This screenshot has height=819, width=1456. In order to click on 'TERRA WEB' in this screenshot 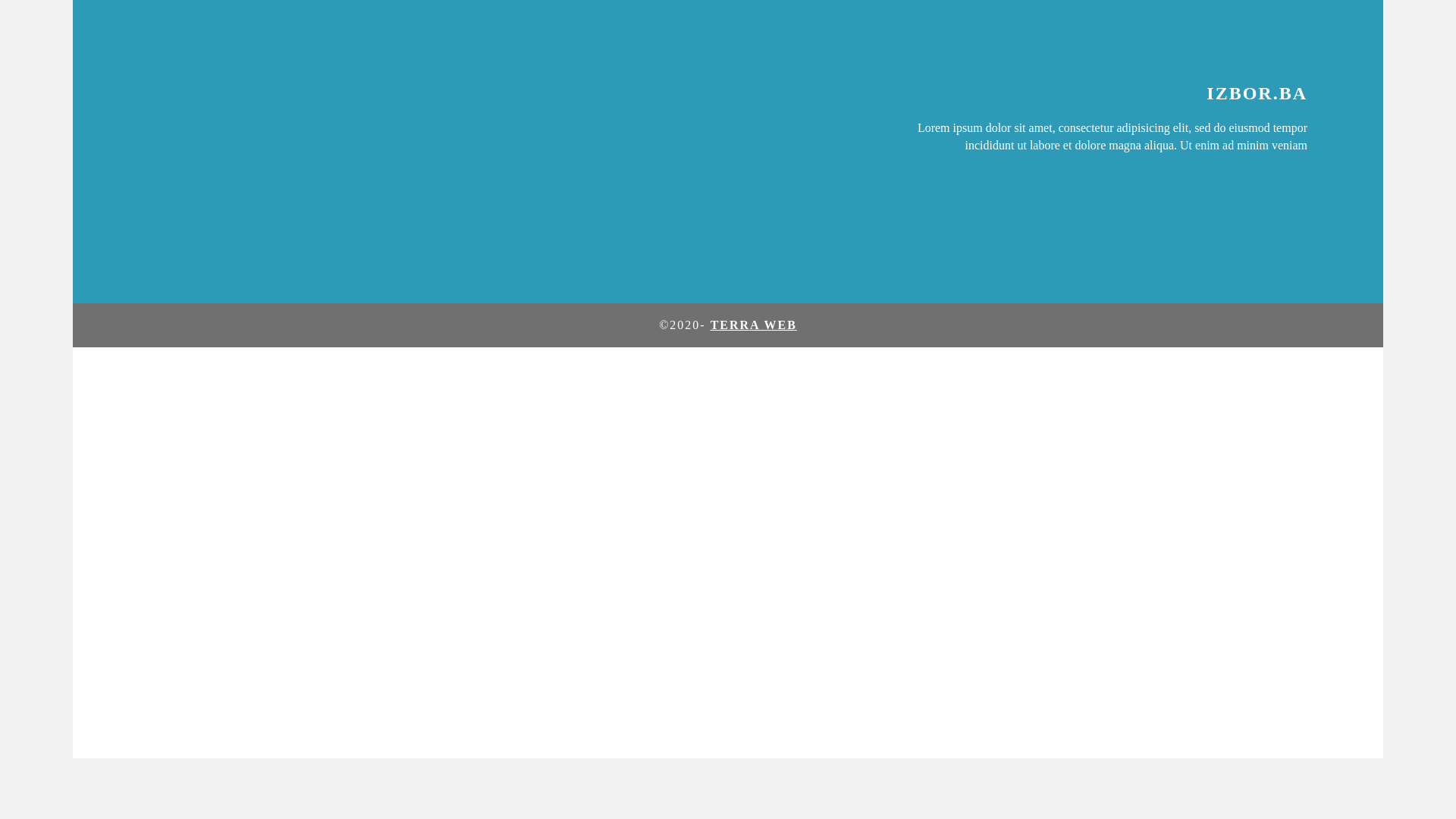, I will do `click(753, 324)`.